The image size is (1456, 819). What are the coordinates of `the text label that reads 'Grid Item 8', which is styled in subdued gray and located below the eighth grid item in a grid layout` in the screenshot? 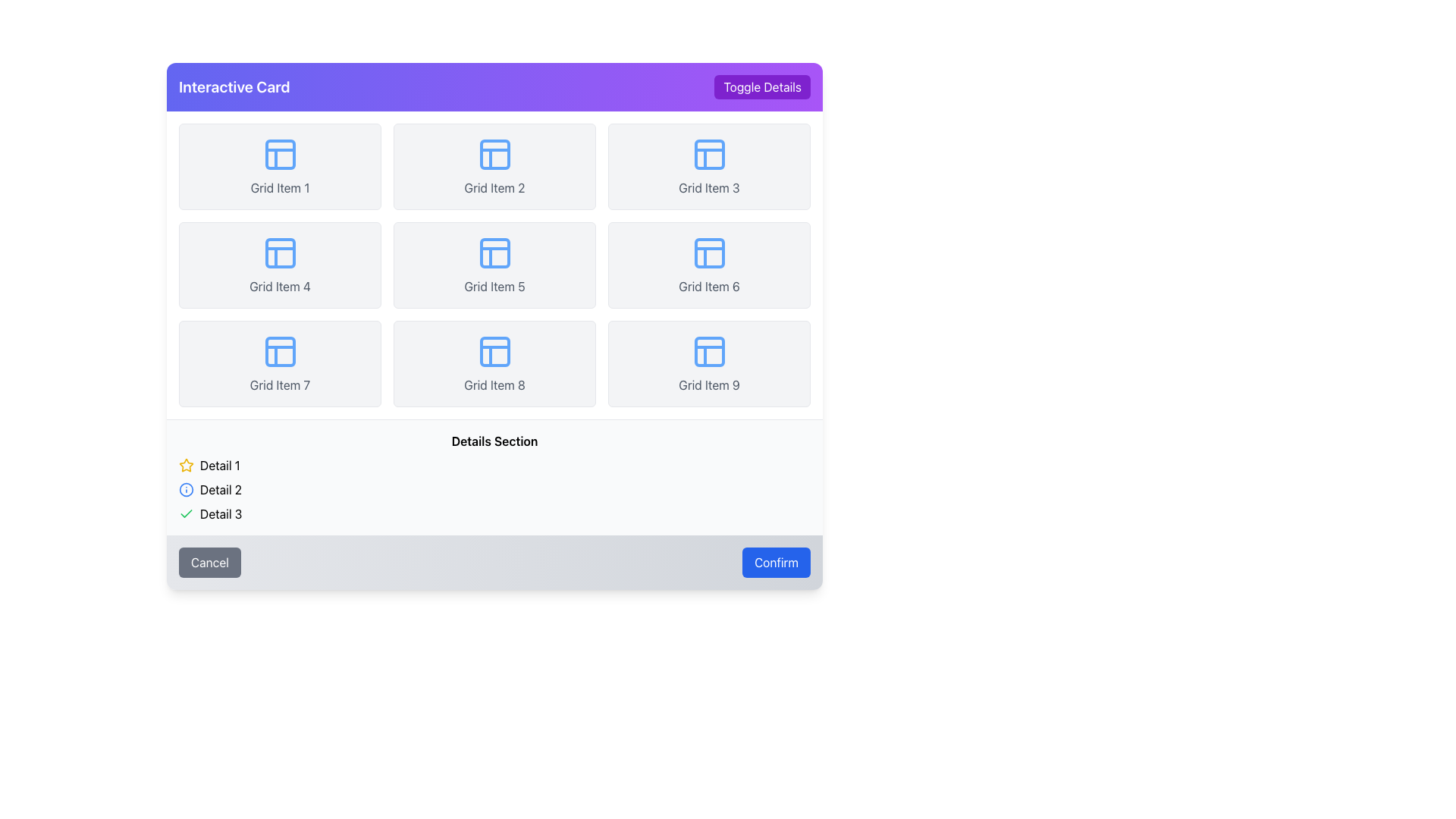 It's located at (494, 384).